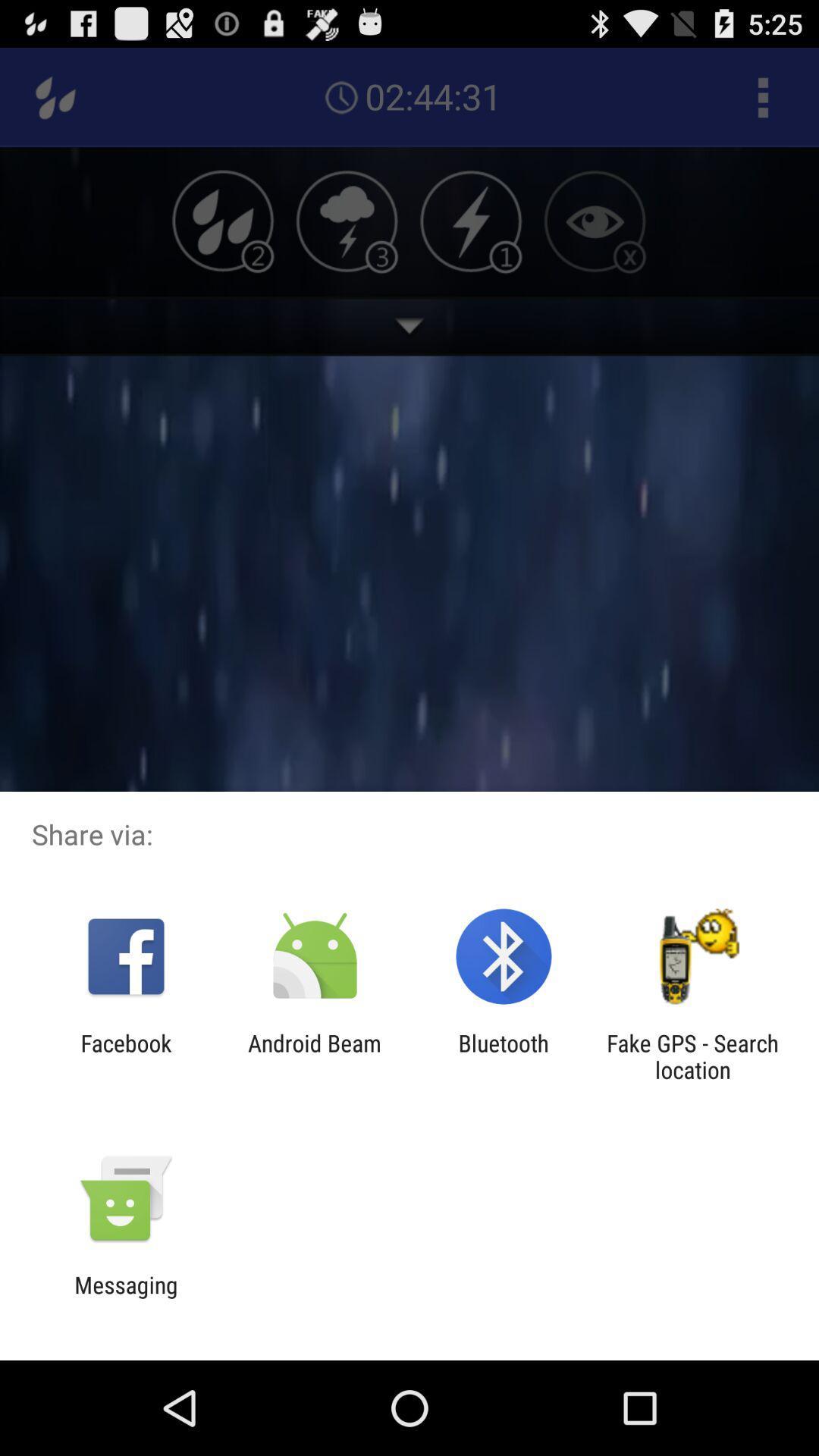 The image size is (819, 1456). Describe the element at coordinates (314, 1056) in the screenshot. I see `item next to the bluetooth app` at that location.